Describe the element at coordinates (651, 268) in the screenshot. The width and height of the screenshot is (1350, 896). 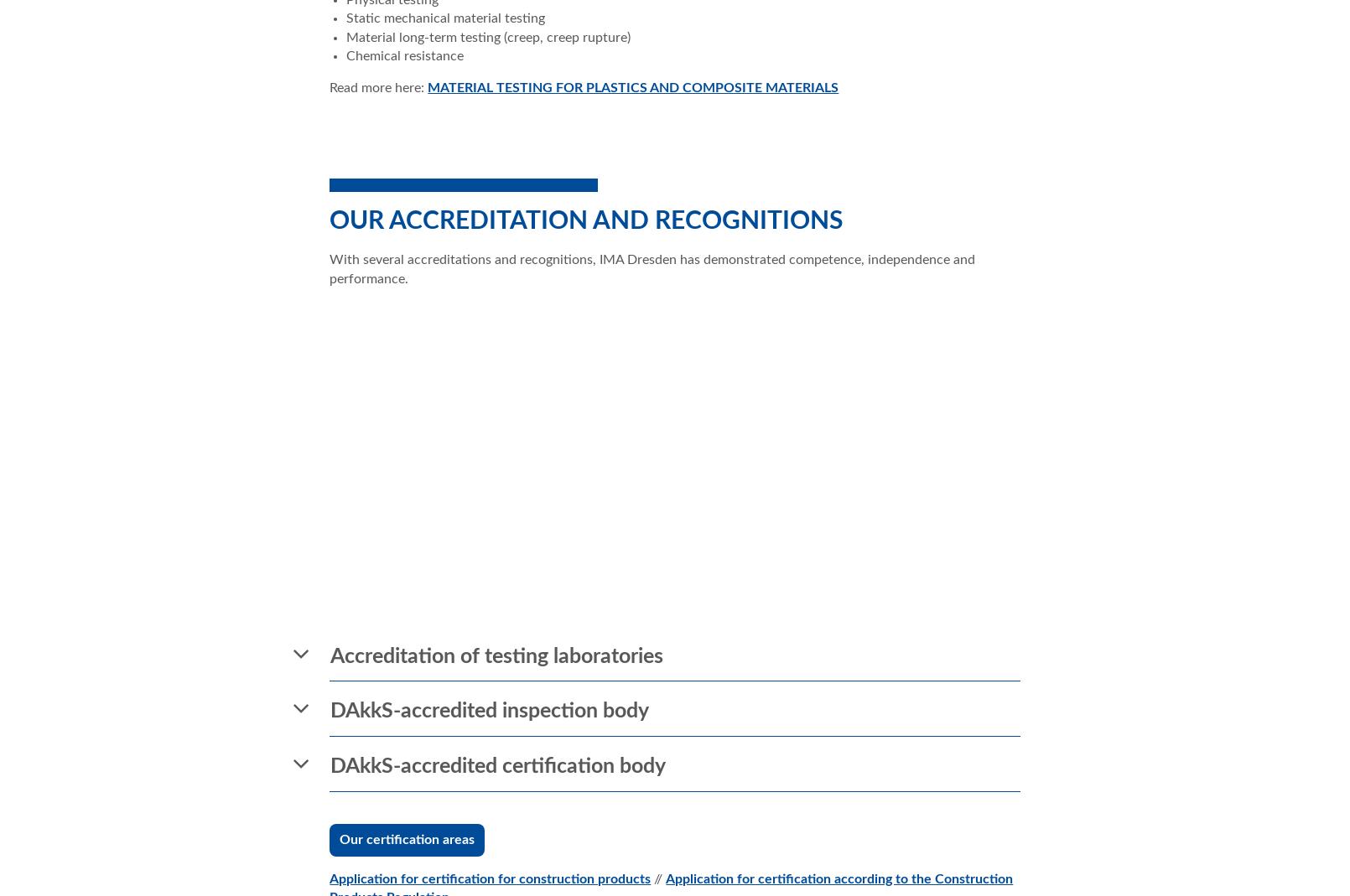
I see `'With several accreditations and recognitions, IMA Dresden has demonstrated competence, independence and performance.'` at that location.